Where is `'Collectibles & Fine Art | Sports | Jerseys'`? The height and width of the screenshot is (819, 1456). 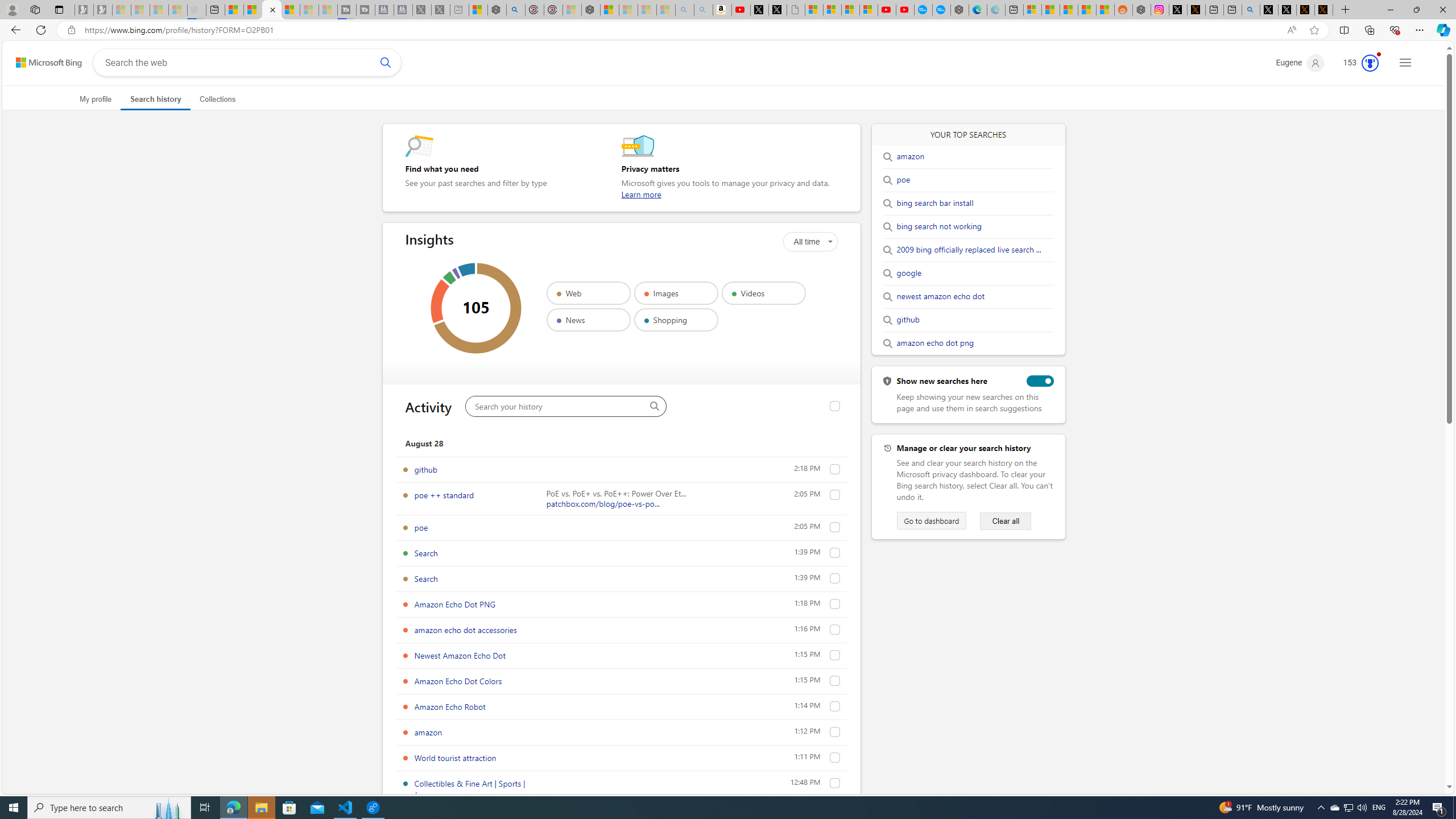 'Collectibles & Fine Art | Sports | Jerseys' is located at coordinates (469, 788).